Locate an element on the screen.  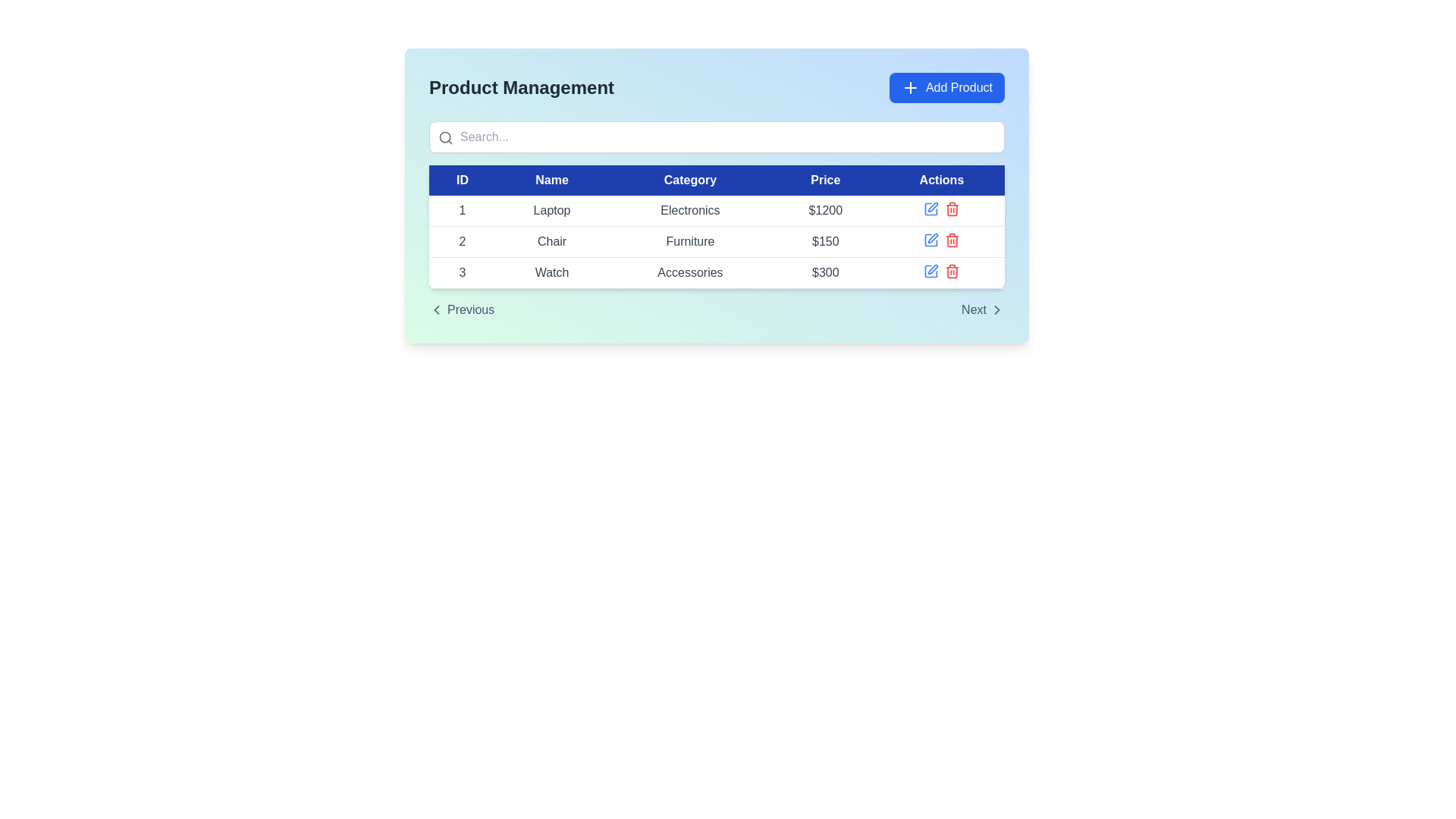
the navigational icon located to the right of the 'Next' text label is located at coordinates (997, 309).